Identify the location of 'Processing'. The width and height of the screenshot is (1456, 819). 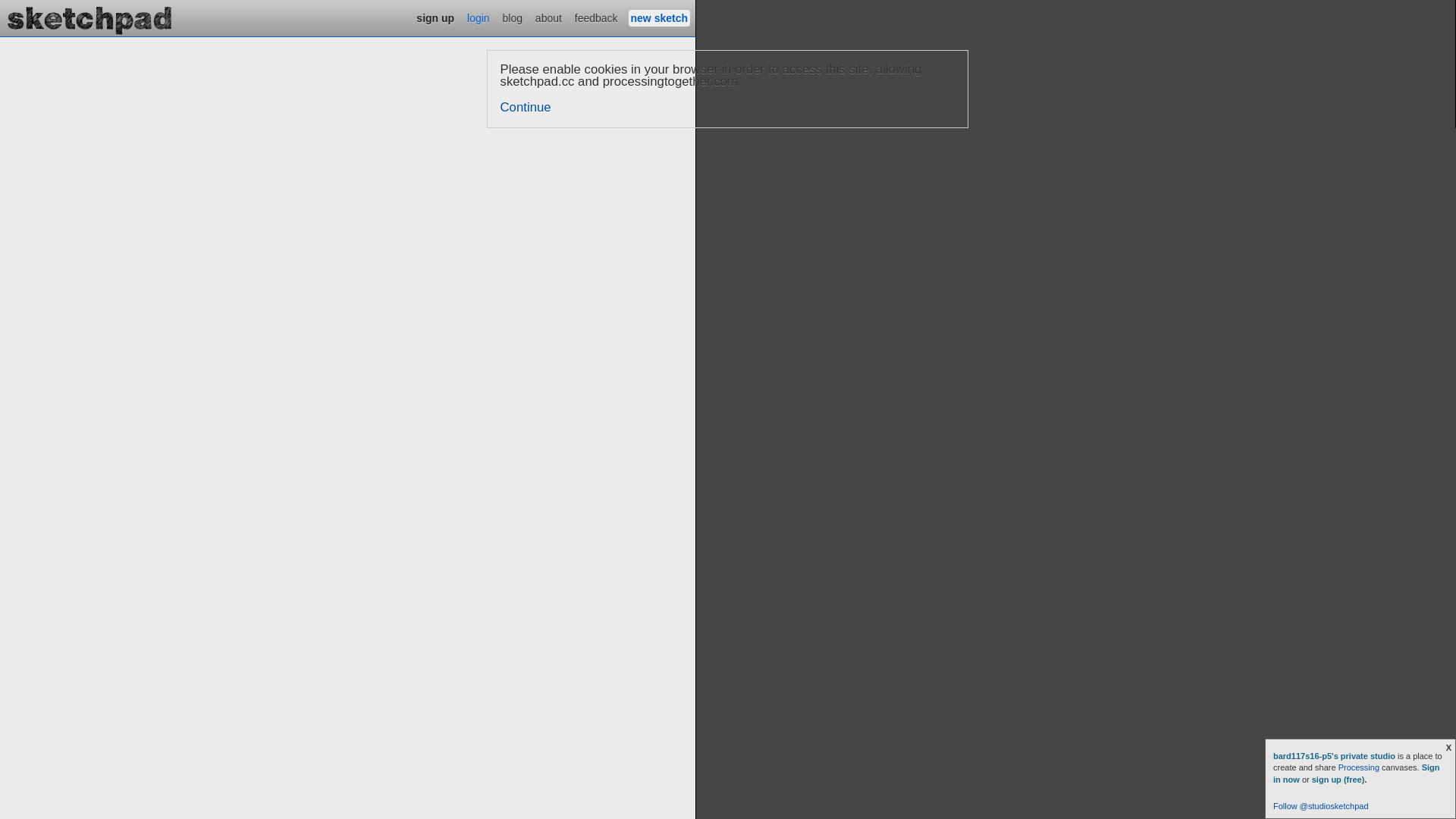
(1358, 767).